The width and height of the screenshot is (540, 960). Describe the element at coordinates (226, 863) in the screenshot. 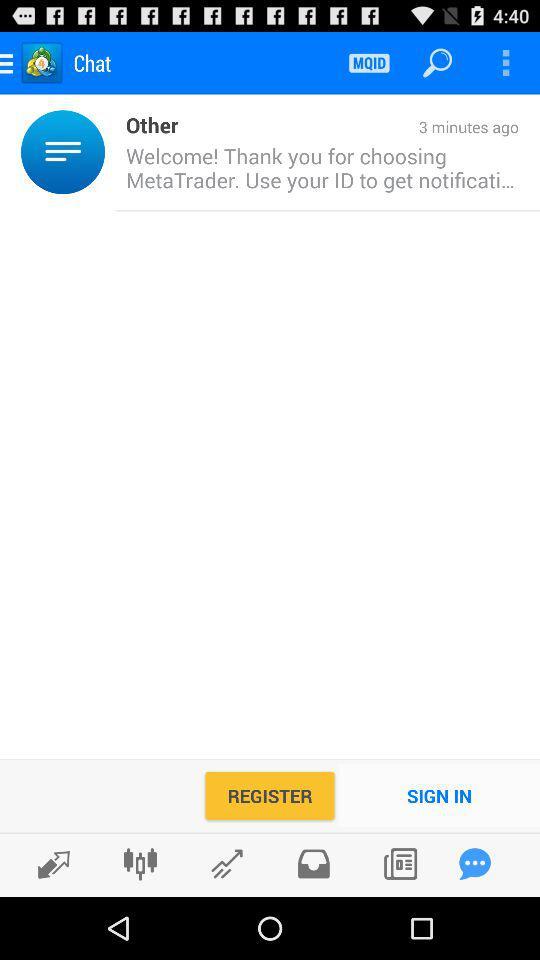

I see `trending posts` at that location.